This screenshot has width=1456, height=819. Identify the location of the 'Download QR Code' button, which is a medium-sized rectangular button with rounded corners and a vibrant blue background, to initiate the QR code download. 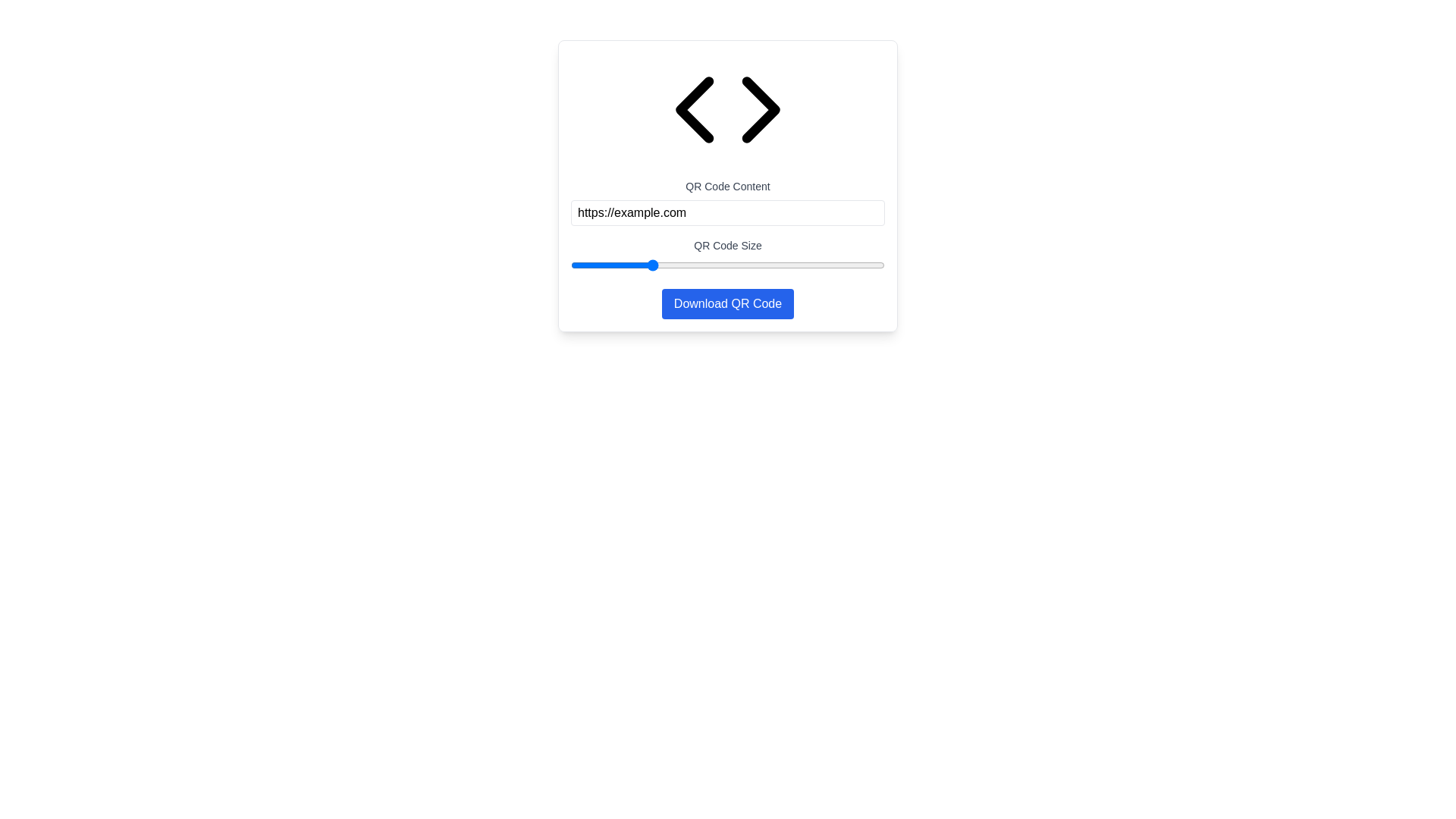
(728, 304).